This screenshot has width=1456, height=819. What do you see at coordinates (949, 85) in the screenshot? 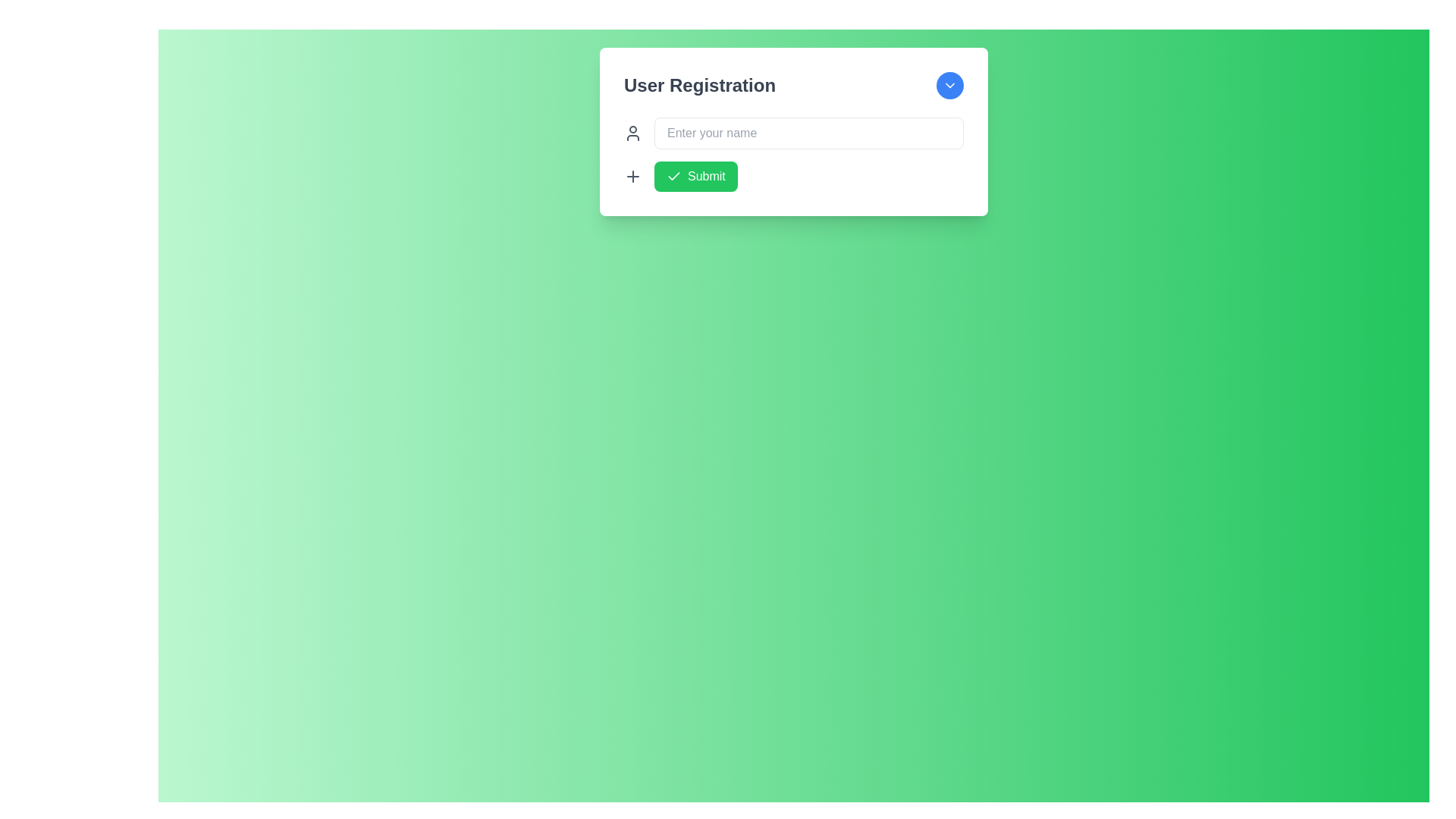
I see `the button with an icon located at the top right corner of the 'User Registration' section` at bounding box center [949, 85].